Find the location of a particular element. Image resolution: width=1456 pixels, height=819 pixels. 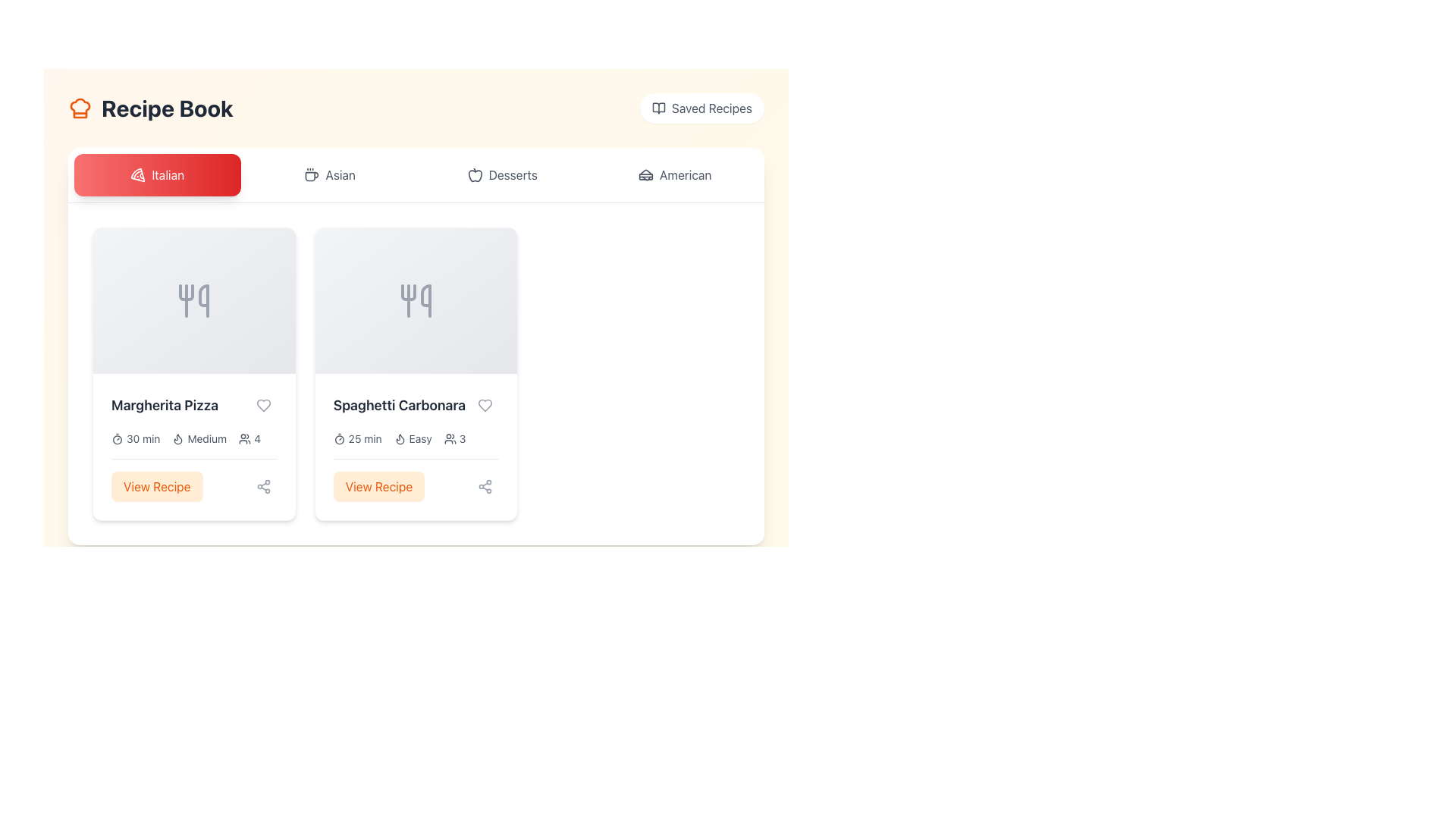

the 'View Recipe' button with a rounded rectangular shape and an orange background located at the bottom of the 'Spaghetti Carbonara' card to observe any tooltip or visual feedback is located at coordinates (378, 486).